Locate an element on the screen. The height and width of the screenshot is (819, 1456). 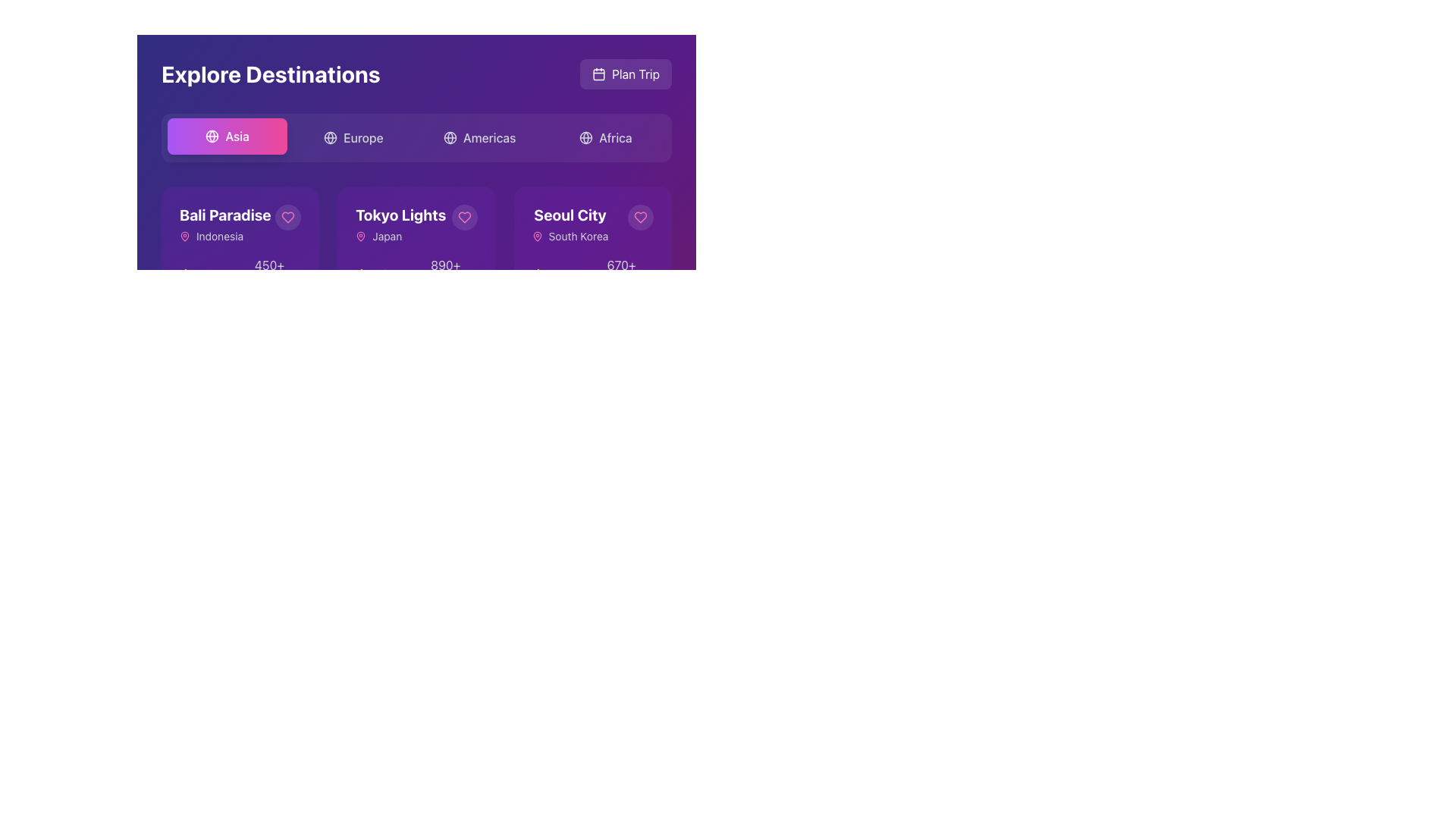
text display titled 'Bali Paradise' with the descriptor 'Indonesia' styled in bold white and gray fonts on a purple background is located at coordinates (224, 224).